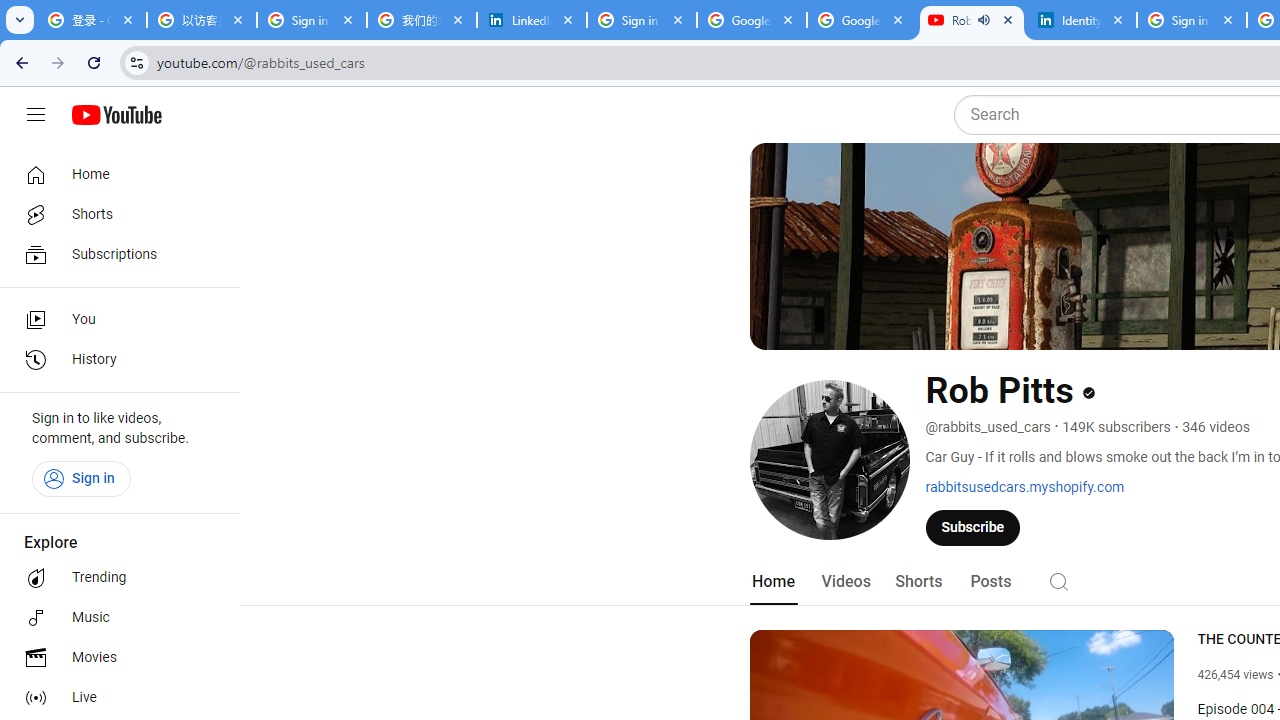 The height and width of the screenshot is (720, 1280). I want to click on 'YouTube Home', so click(115, 115).